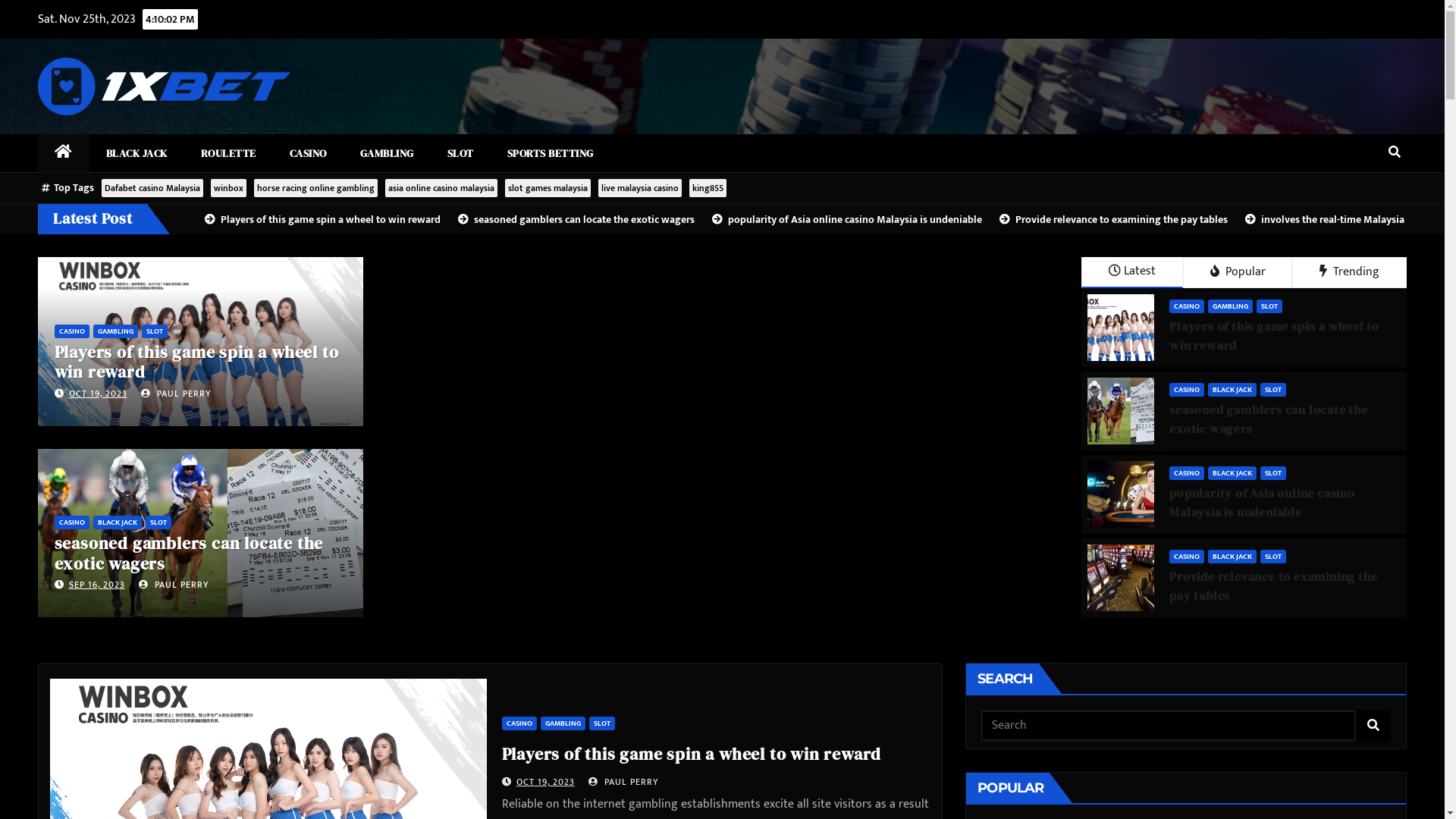 The width and height of the screenshot is (1456, 819). Describe the element at coordinates (227, 187) in the screenshot. I see `'winbox'` at that location.